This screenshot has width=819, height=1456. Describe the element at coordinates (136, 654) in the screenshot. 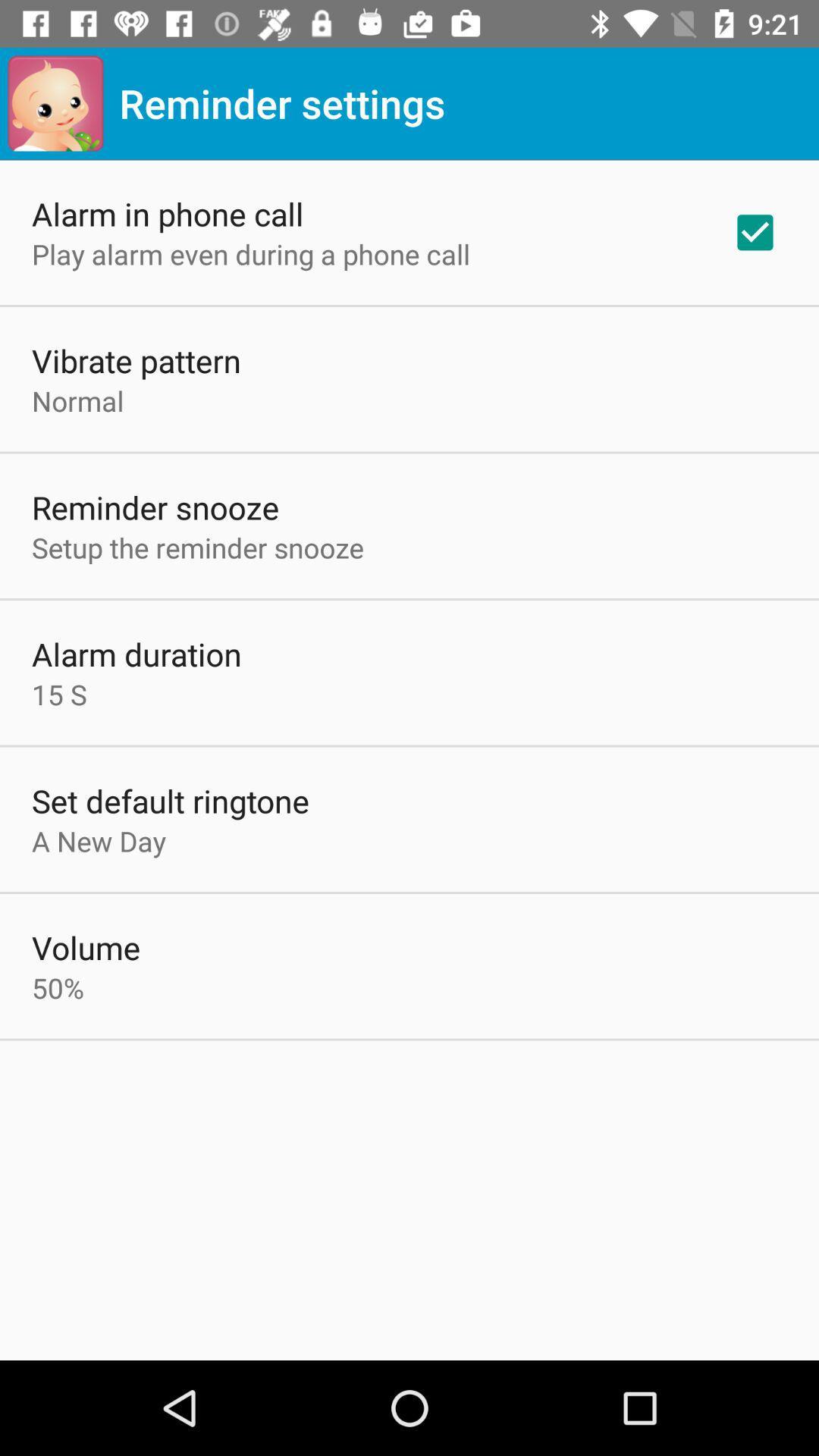

I see `the item above the 15 s app` at that location.